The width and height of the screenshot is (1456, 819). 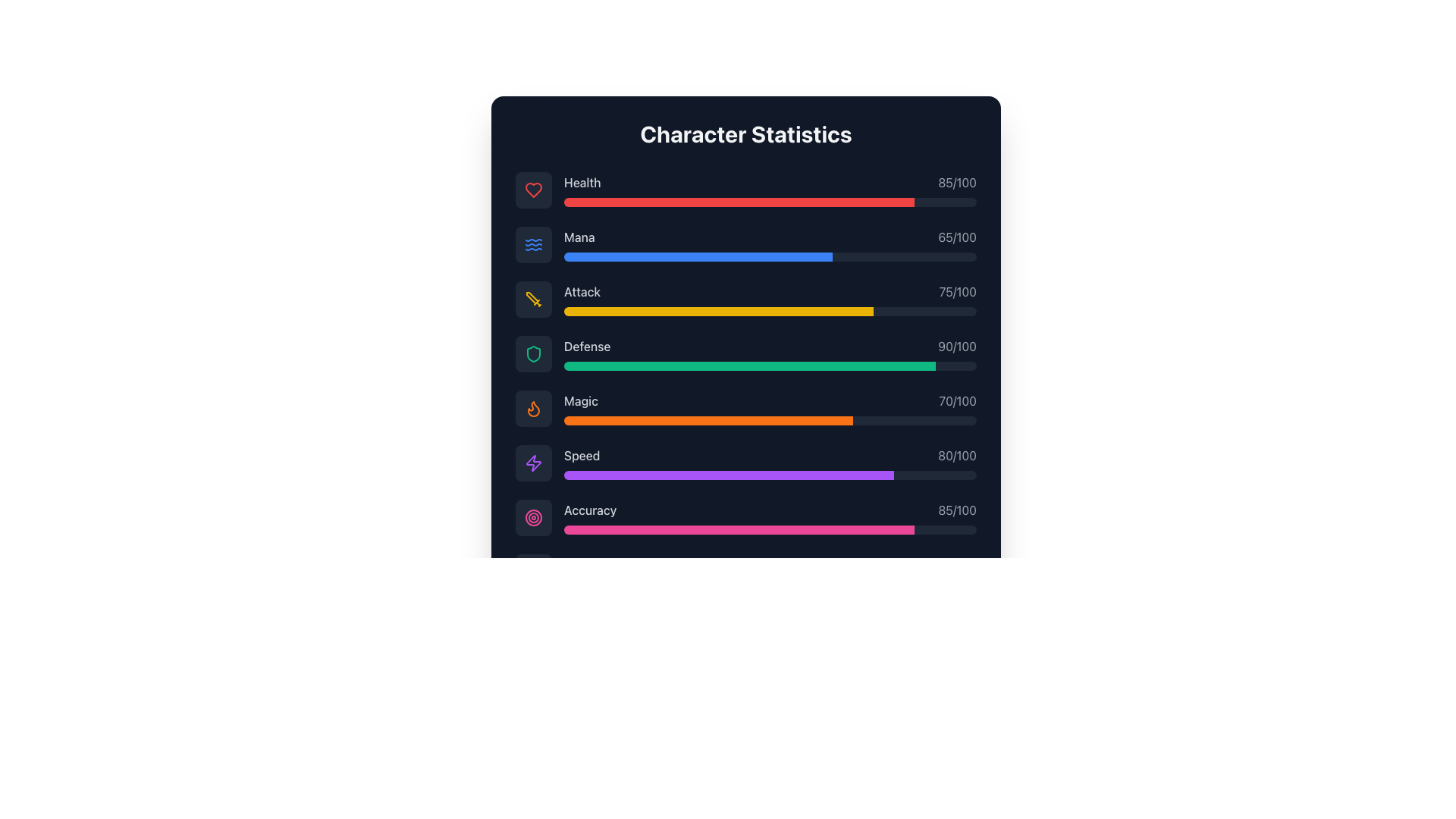 What do you see at coordinates (534, 408) in the screenshot?
I see `the flame icon, which is the fifth icon in a vertical list of seven statistics-related icons, positioned between the shield icon above and the lightning icon below, representing 'Magic'` at bounding box center [534, 408].